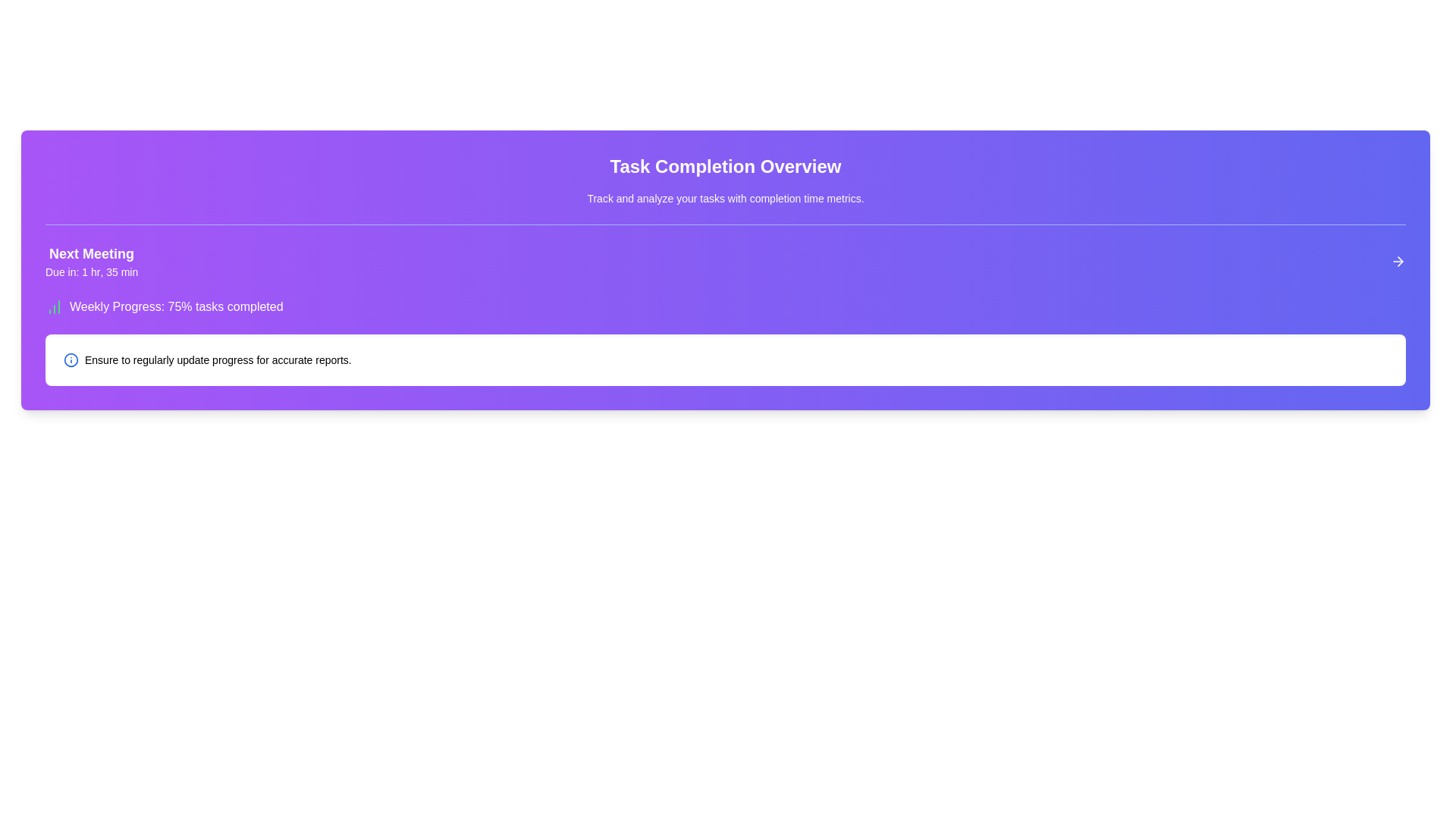 Image resolution: width=1456 pixels, height=819 pixels. I want to click on the Text Label that provides guidance about keeping progress updated, located inside a white rounded box at the bottom of the purple card, to the right of an information icon, so click(217, 359).